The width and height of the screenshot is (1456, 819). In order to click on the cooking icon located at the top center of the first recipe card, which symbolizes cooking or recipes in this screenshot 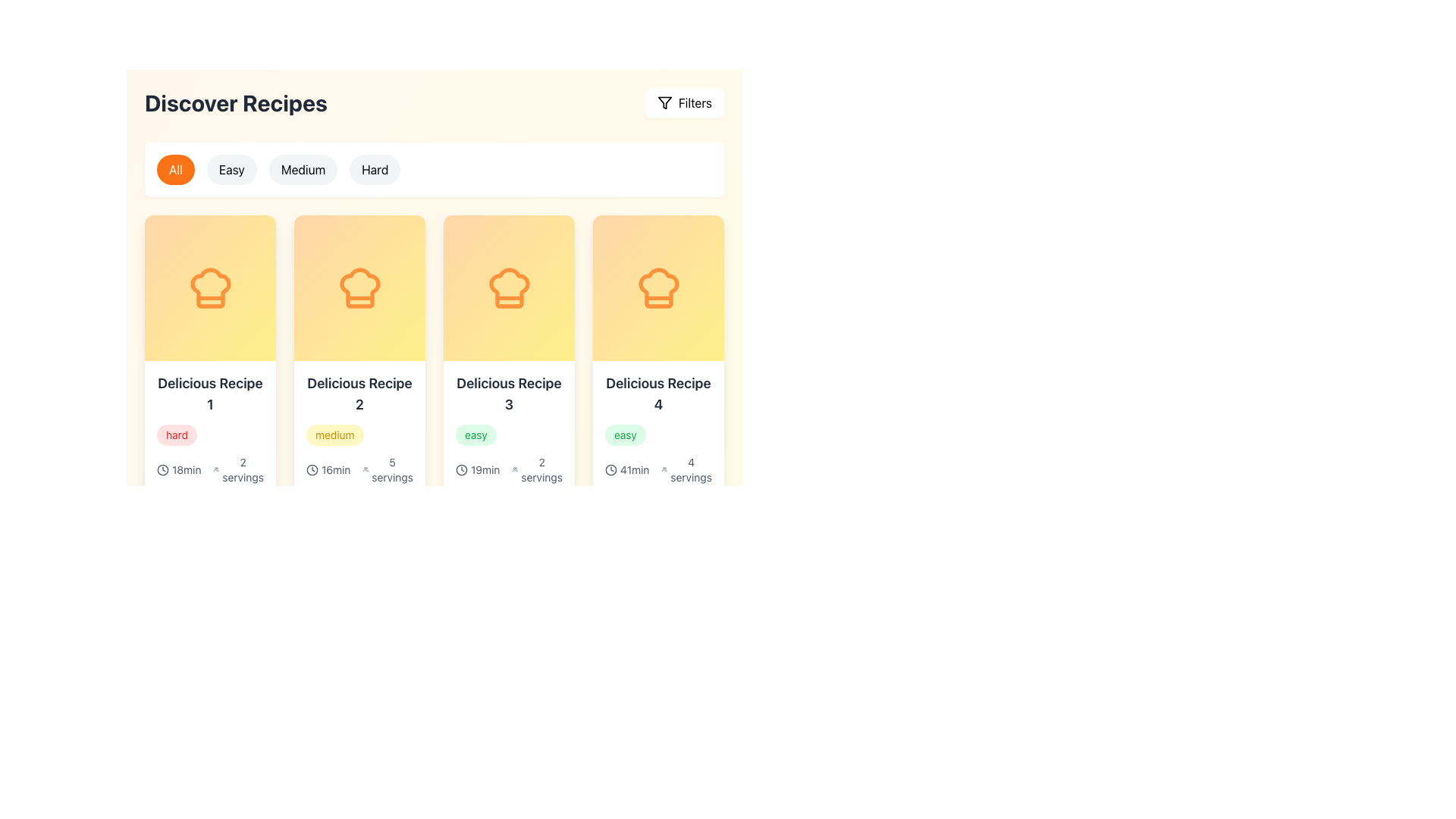, I will do `click(209, 288)`.